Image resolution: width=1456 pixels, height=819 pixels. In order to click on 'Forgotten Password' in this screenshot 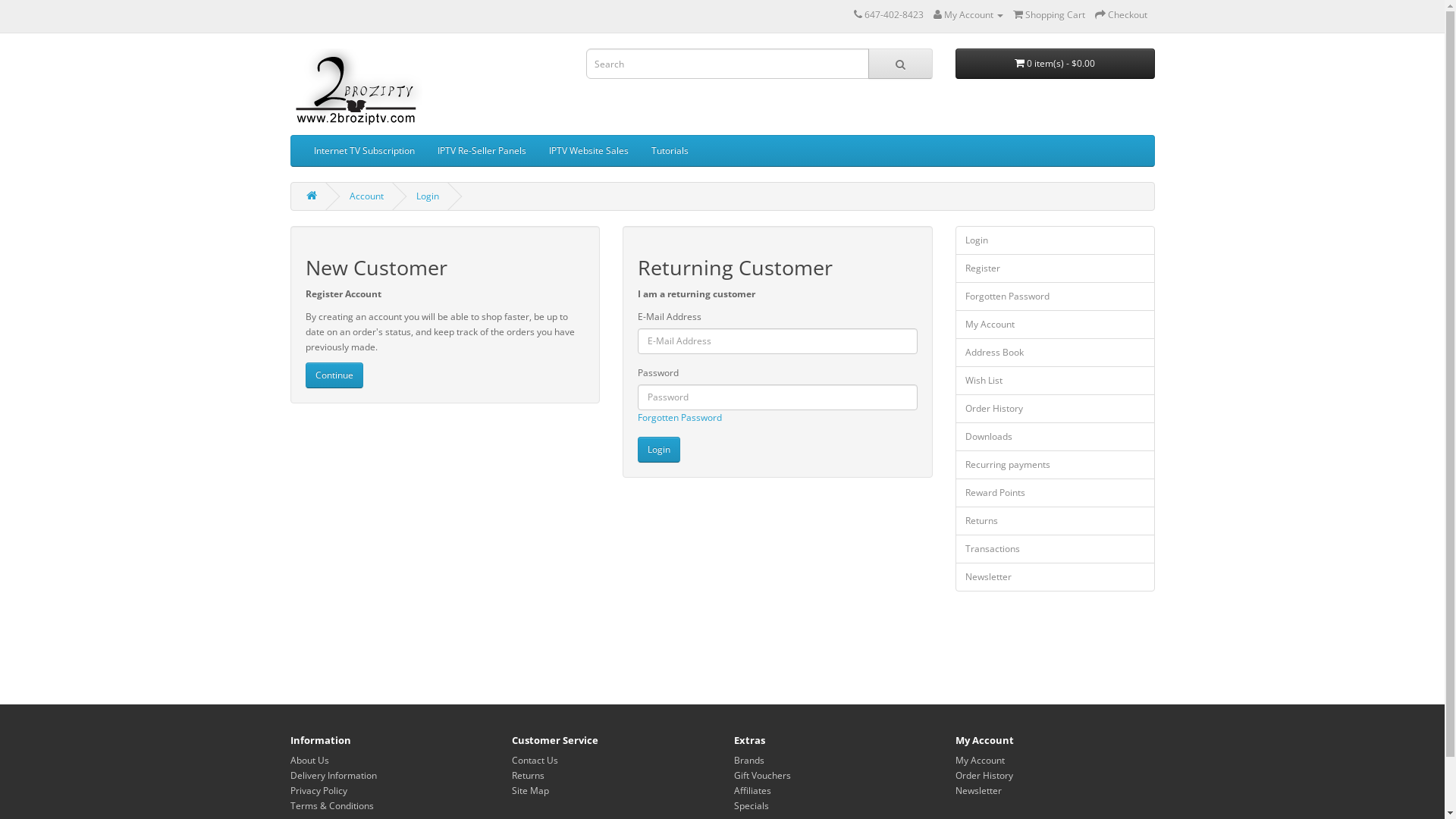, I will do `click(637, 417)`.